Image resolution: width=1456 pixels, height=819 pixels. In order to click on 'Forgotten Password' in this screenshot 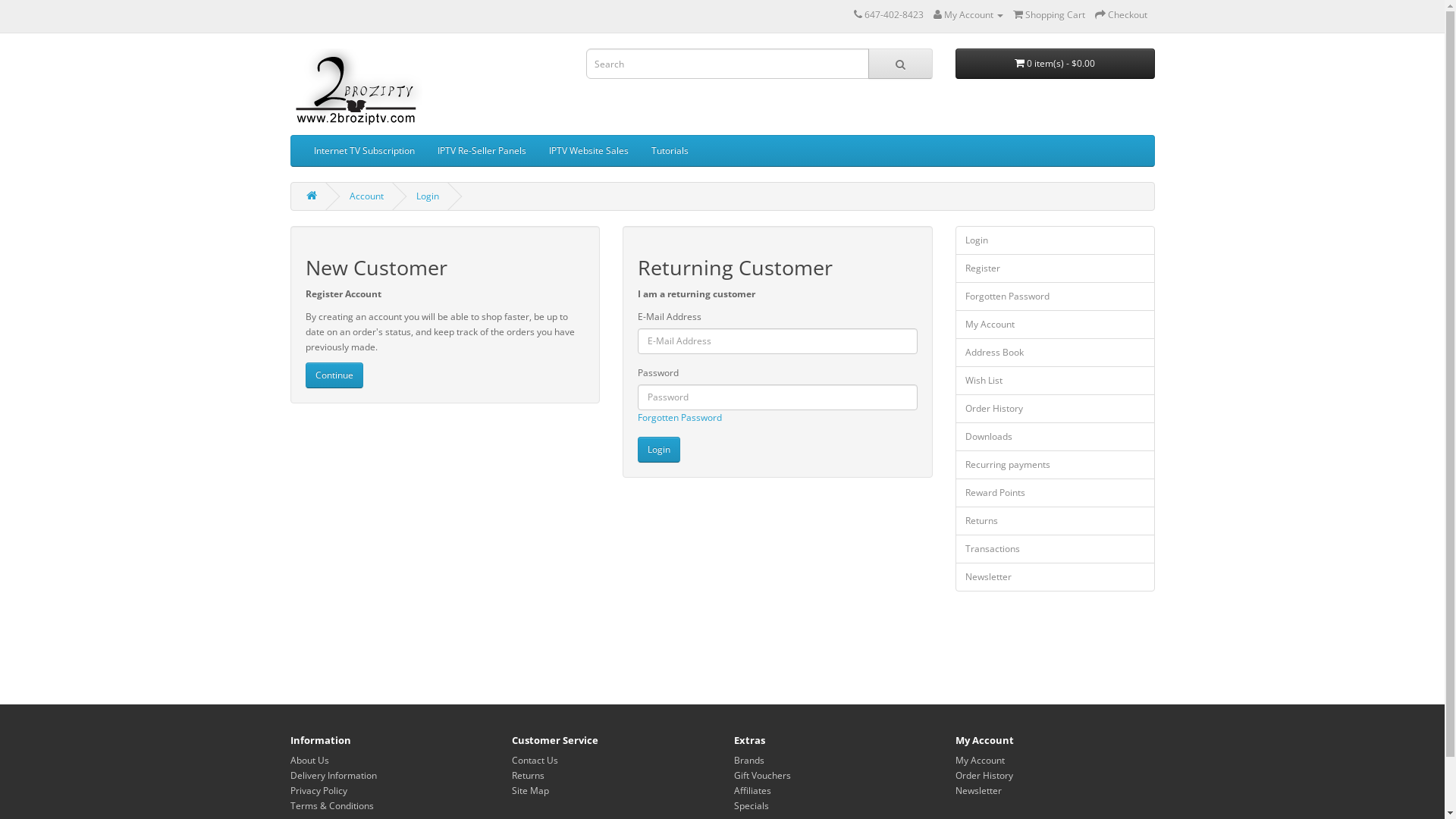, I will do `click(637, 417)`.